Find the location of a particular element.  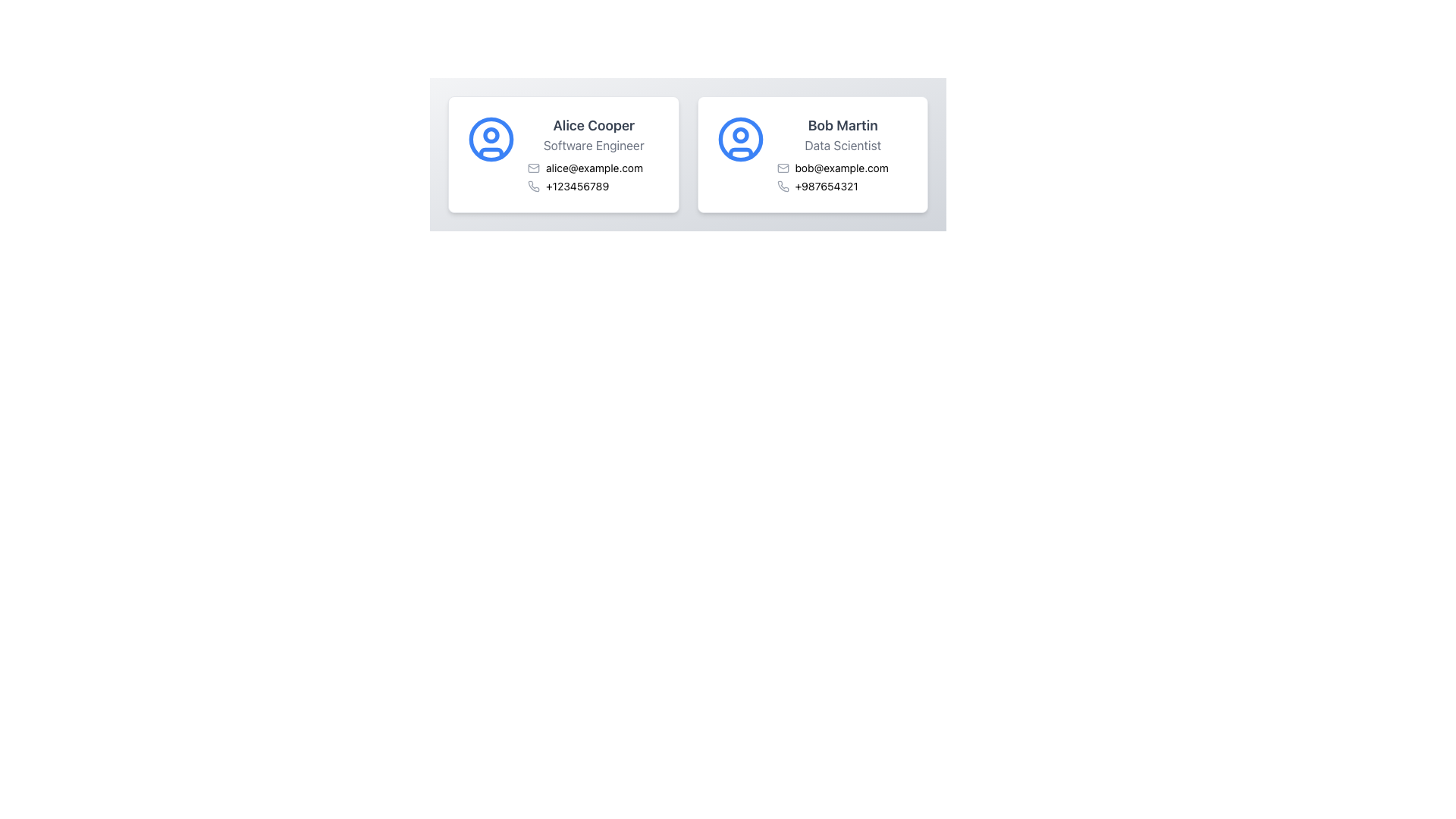

the small circular shape within the user profile icon, which represents the head in the circle-user symbol, located to the left of the user's name 'Alice Cooper' is located at coordinates (491, 133).